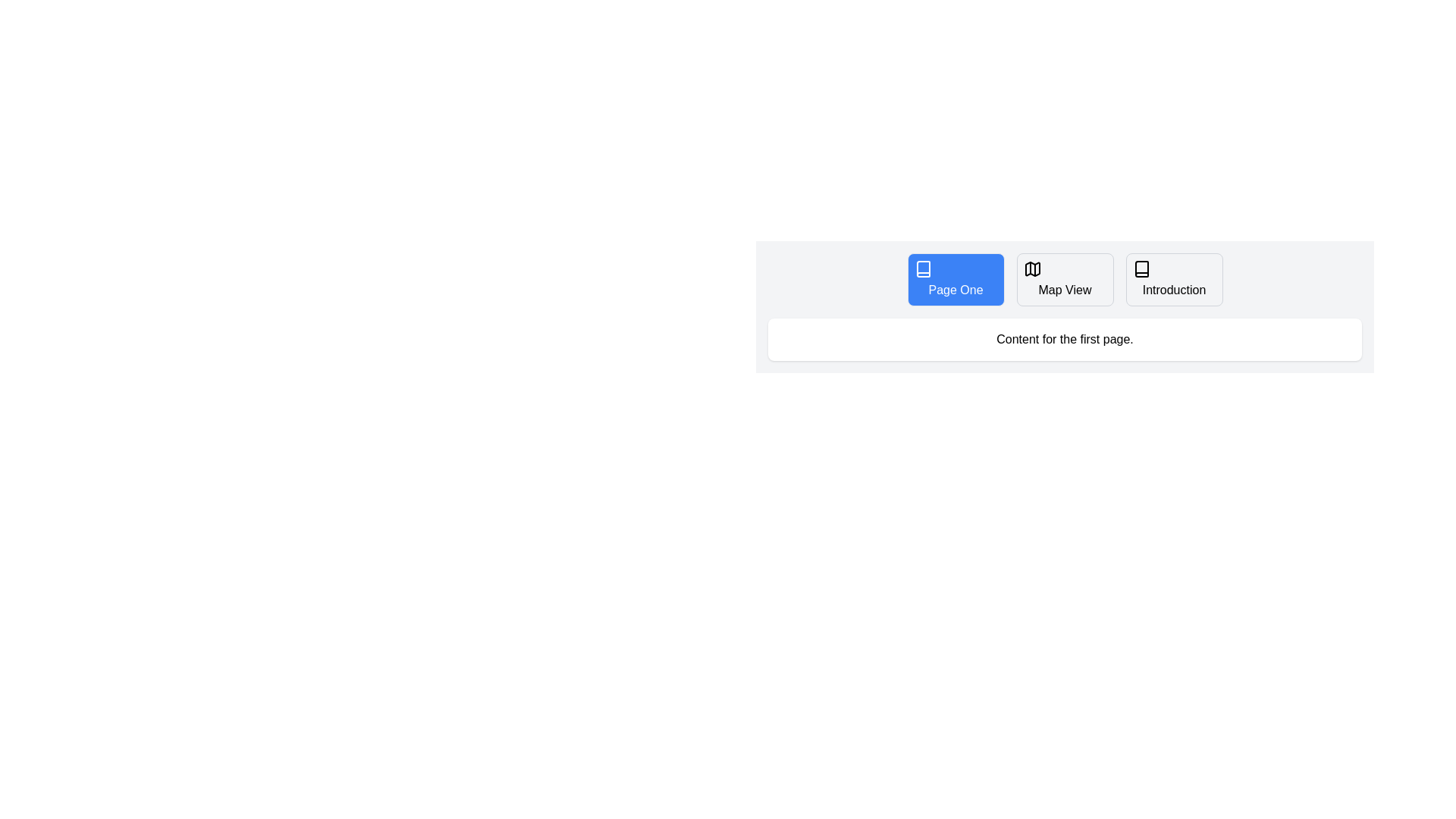 This screenshot has height=819, width=1456. What do you see at coordinates (1173, 280) in the screenshot?
I see `the third button in the top center row, which redirects to the 'Introduction' section, to potentially display a tooltip` at bounding box center [1173, 280].